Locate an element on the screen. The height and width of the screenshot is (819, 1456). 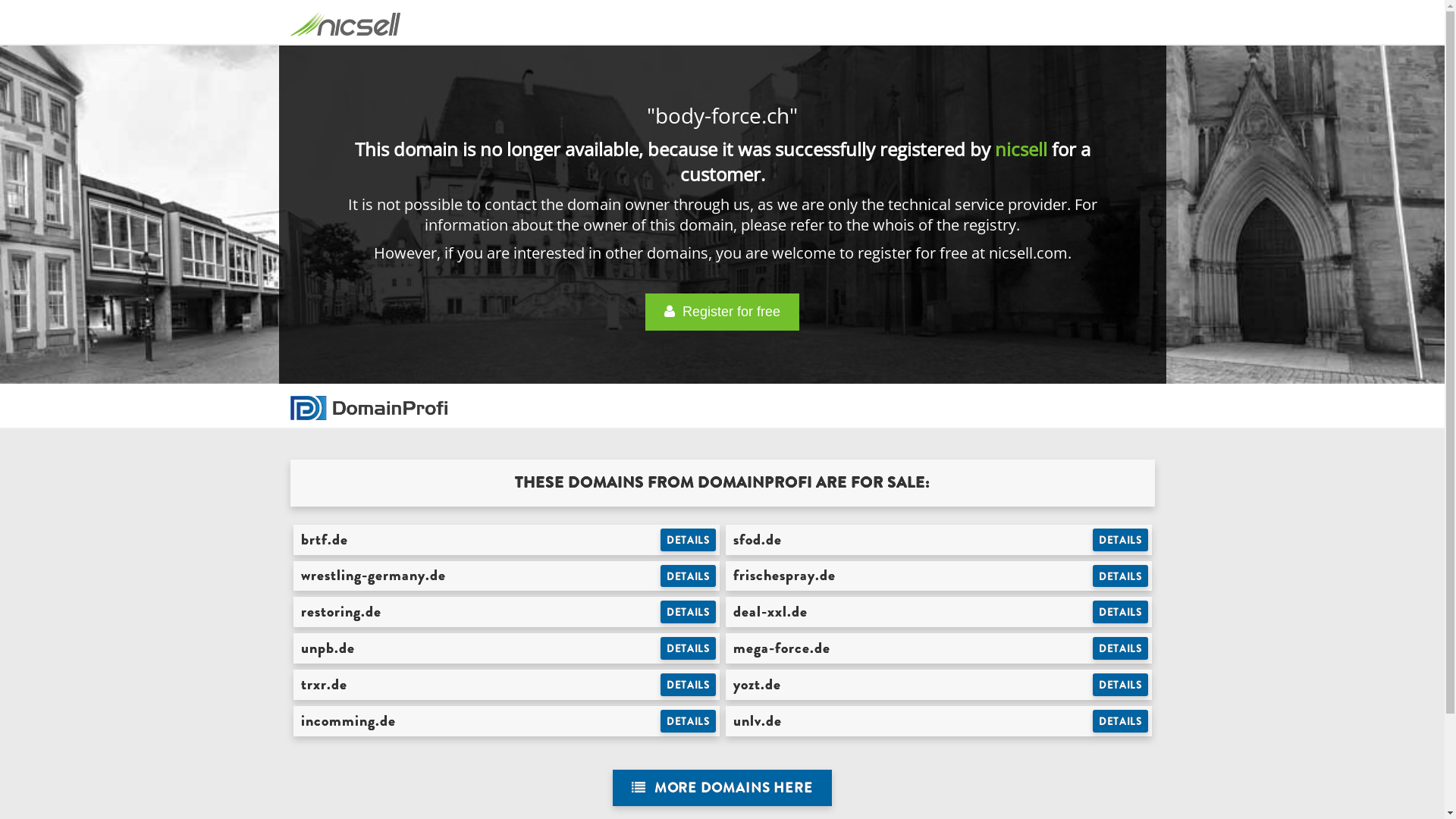
'DETAILS' is located at coordinates (1120, 539).